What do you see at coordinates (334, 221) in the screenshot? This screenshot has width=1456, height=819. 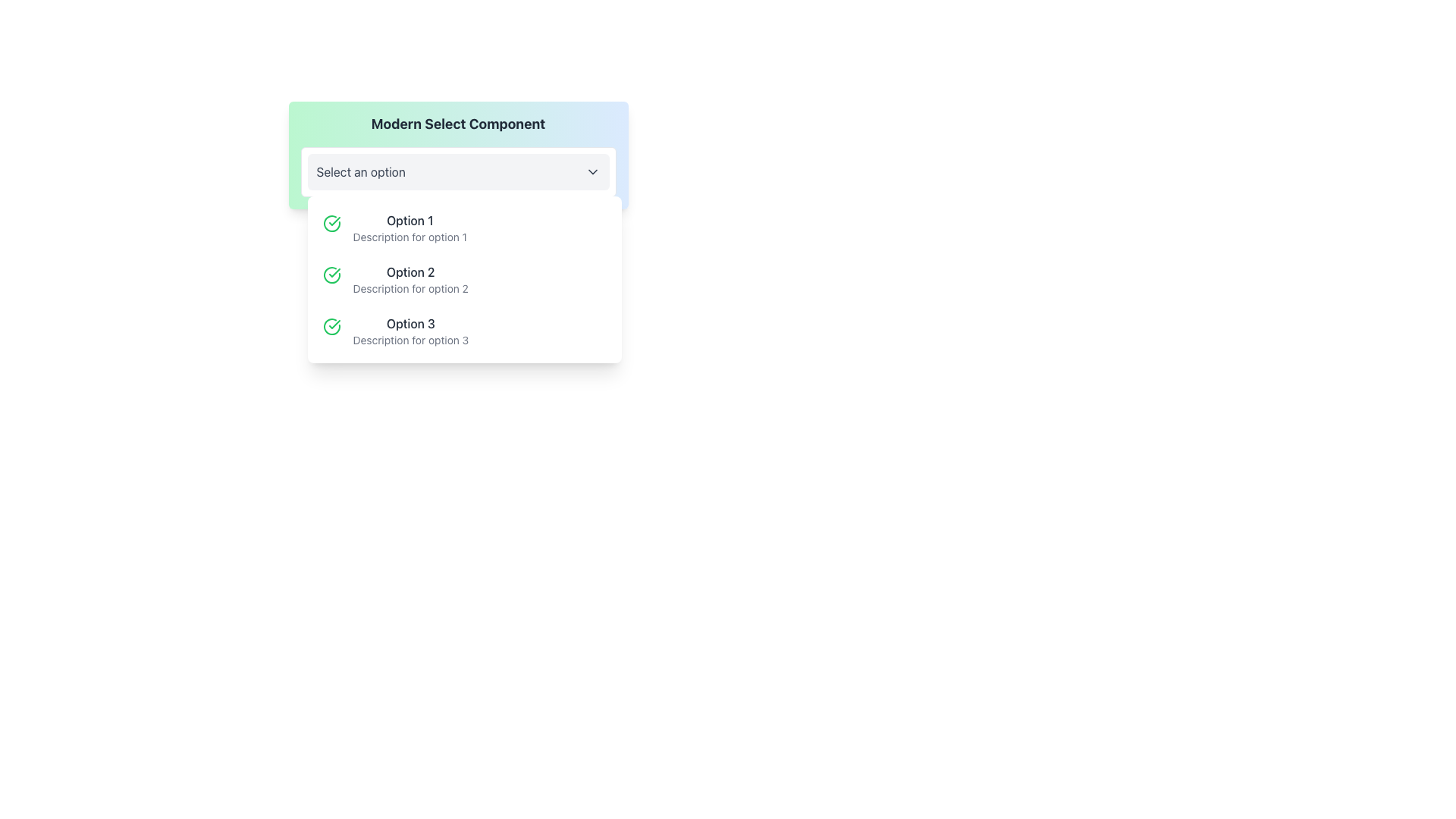 I see `green checkmark icon located next to 'Option 2' in the dropdown list for class or style details` at bounding box center [334, 221].